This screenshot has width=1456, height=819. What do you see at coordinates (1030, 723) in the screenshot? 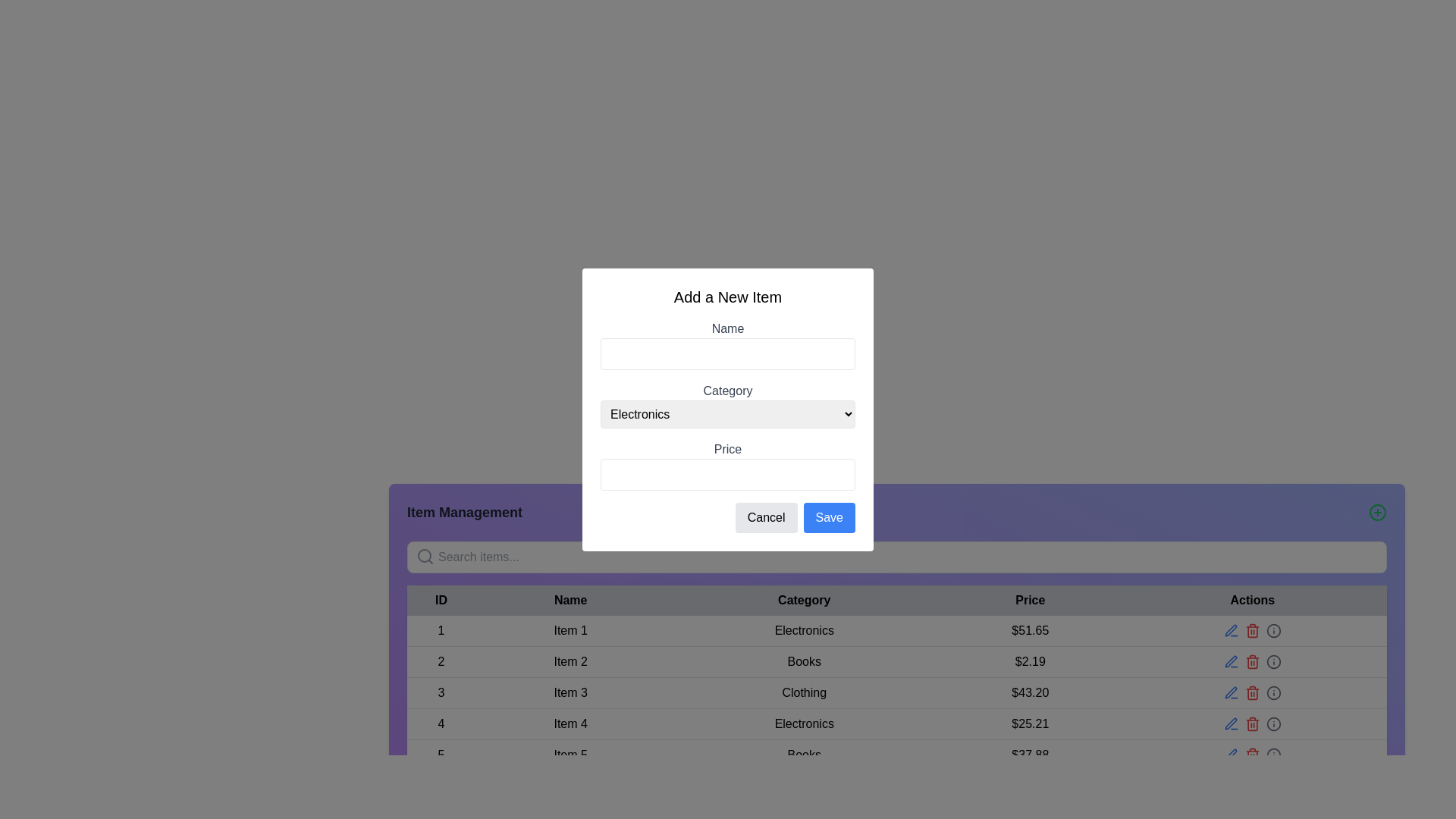
I see `the text displaying the price value located` at bounding box center [1030, 723].